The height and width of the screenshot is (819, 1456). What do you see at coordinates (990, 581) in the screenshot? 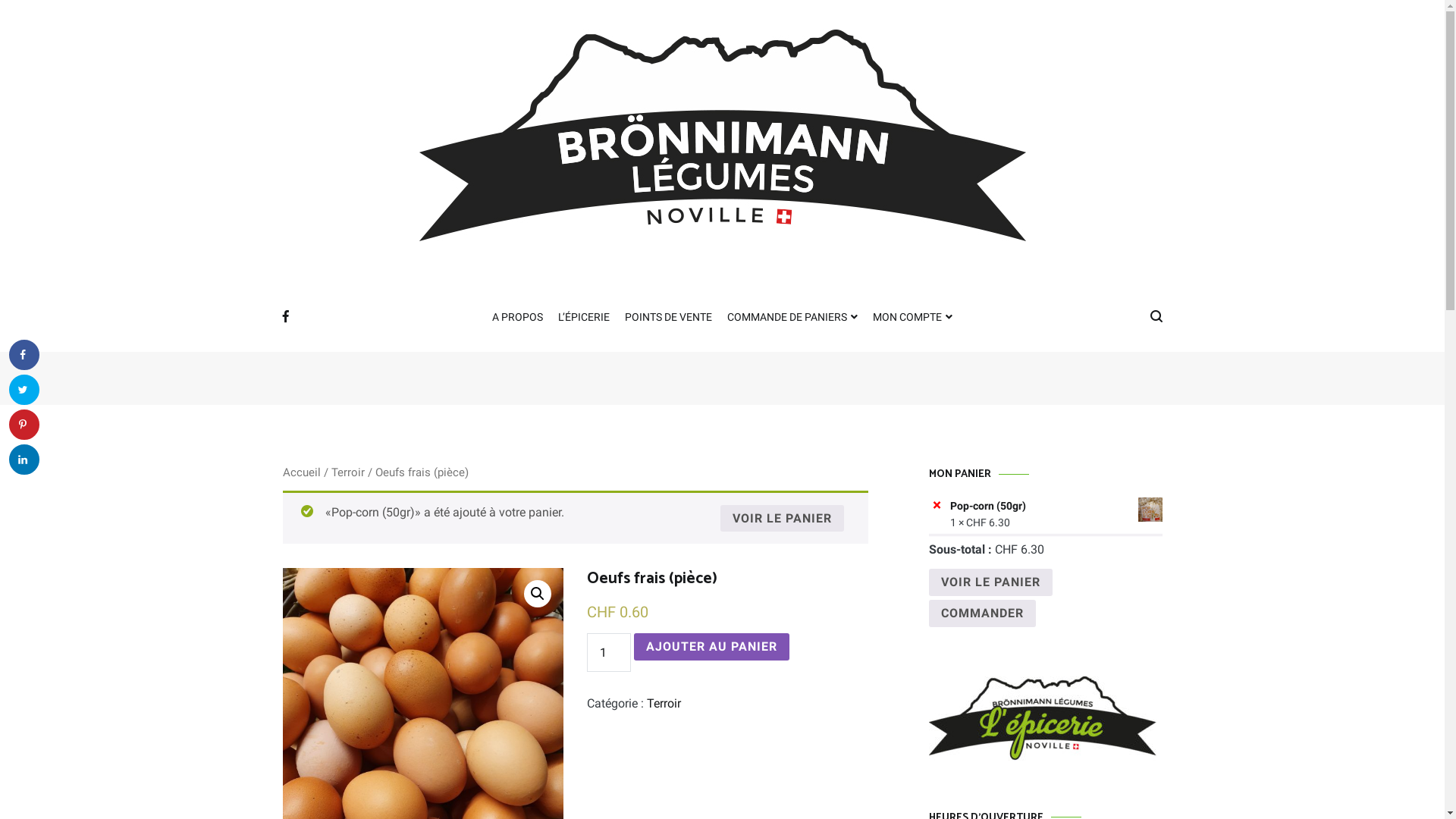
I see `'VOIR LE PANIER'` at bounding box center [990, 581].